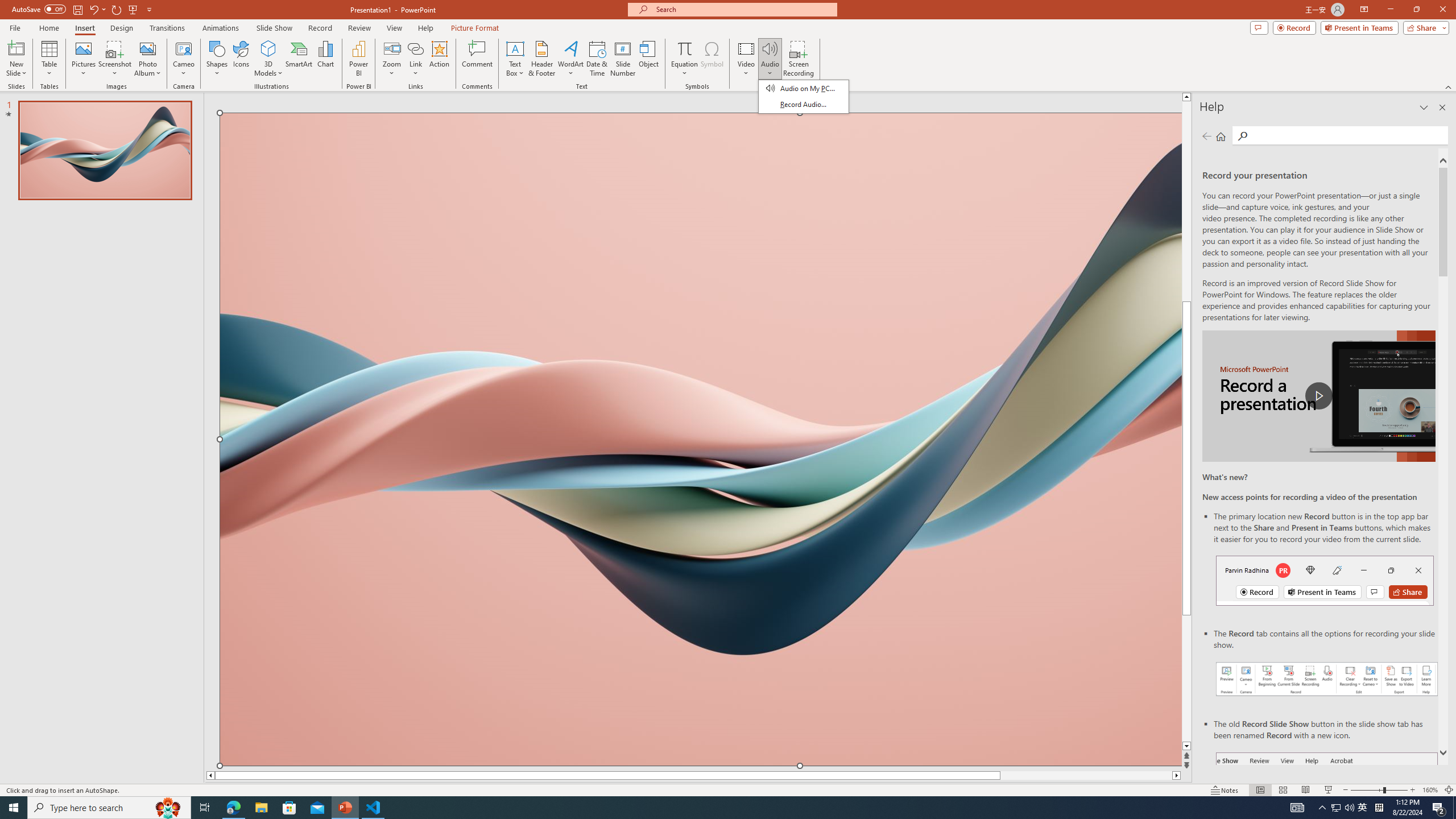 The width and height of the screenshot is (1456, 819). What do you see at coordinates (147, 59) in the screenshot?
I see `'Photo Album...'` at bounding box center [147, 59].